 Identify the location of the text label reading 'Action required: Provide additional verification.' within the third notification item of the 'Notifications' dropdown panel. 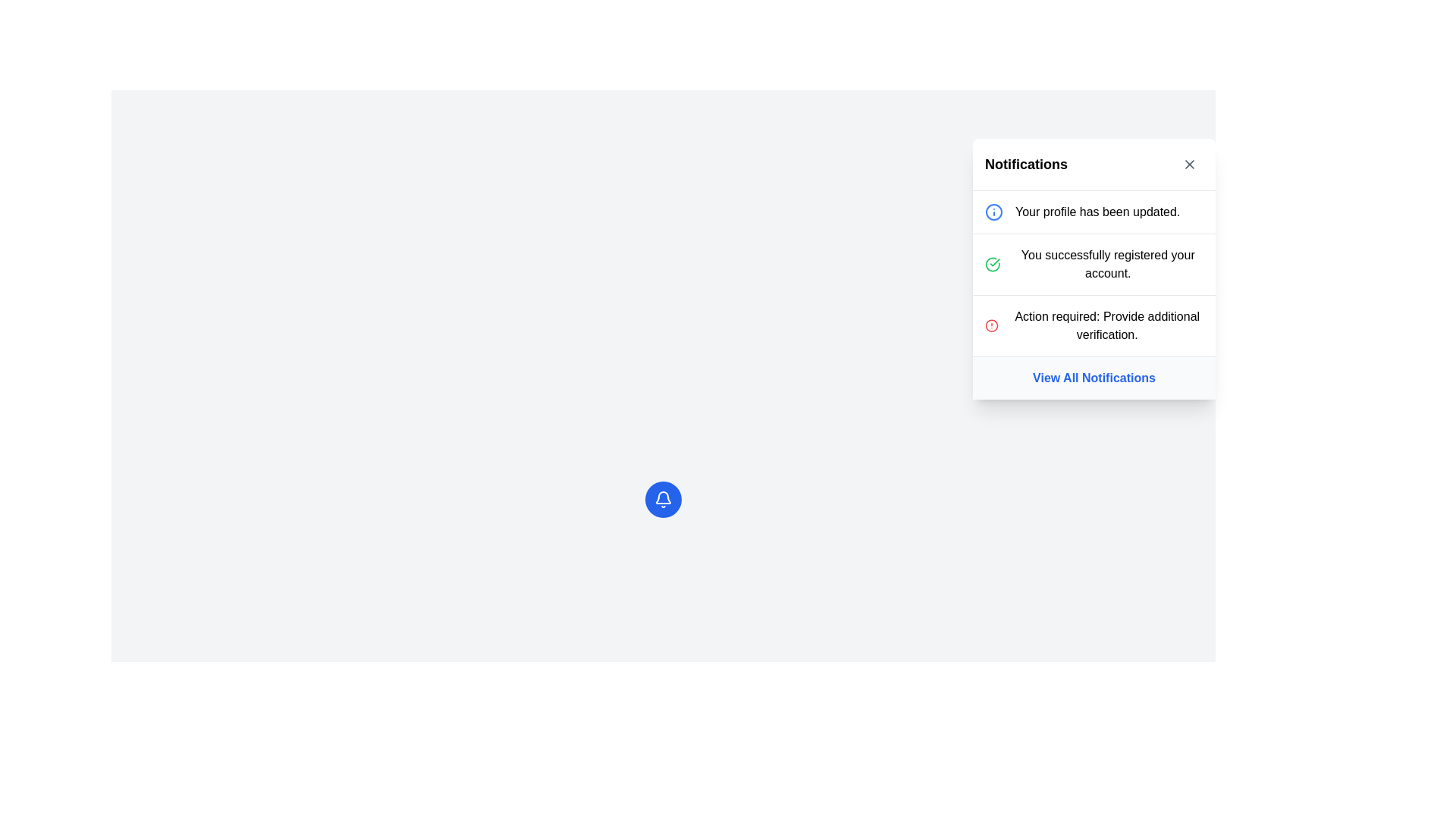
(1107, 325).